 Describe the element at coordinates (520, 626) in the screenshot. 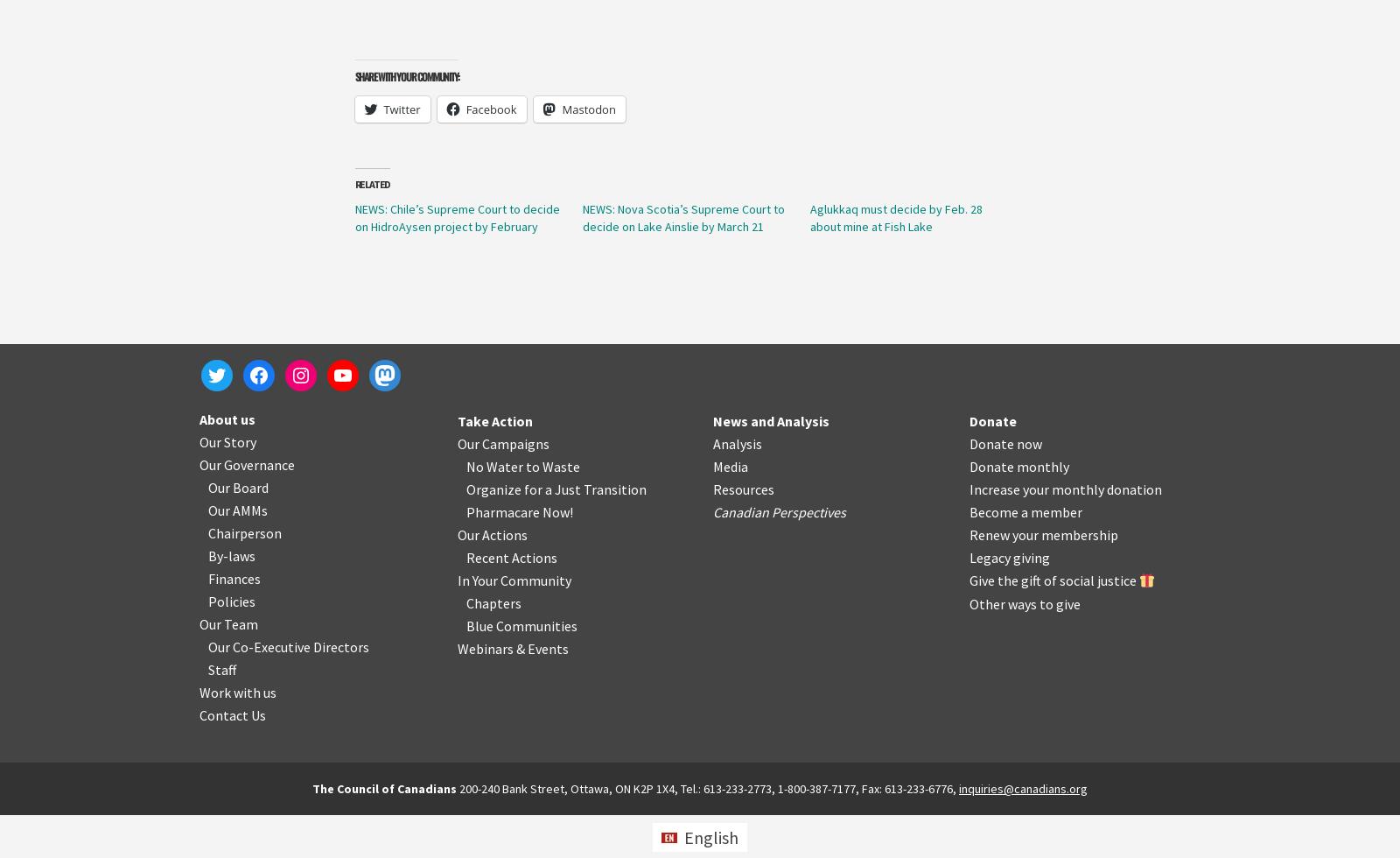

I see `'Blue Communities'` at that location.